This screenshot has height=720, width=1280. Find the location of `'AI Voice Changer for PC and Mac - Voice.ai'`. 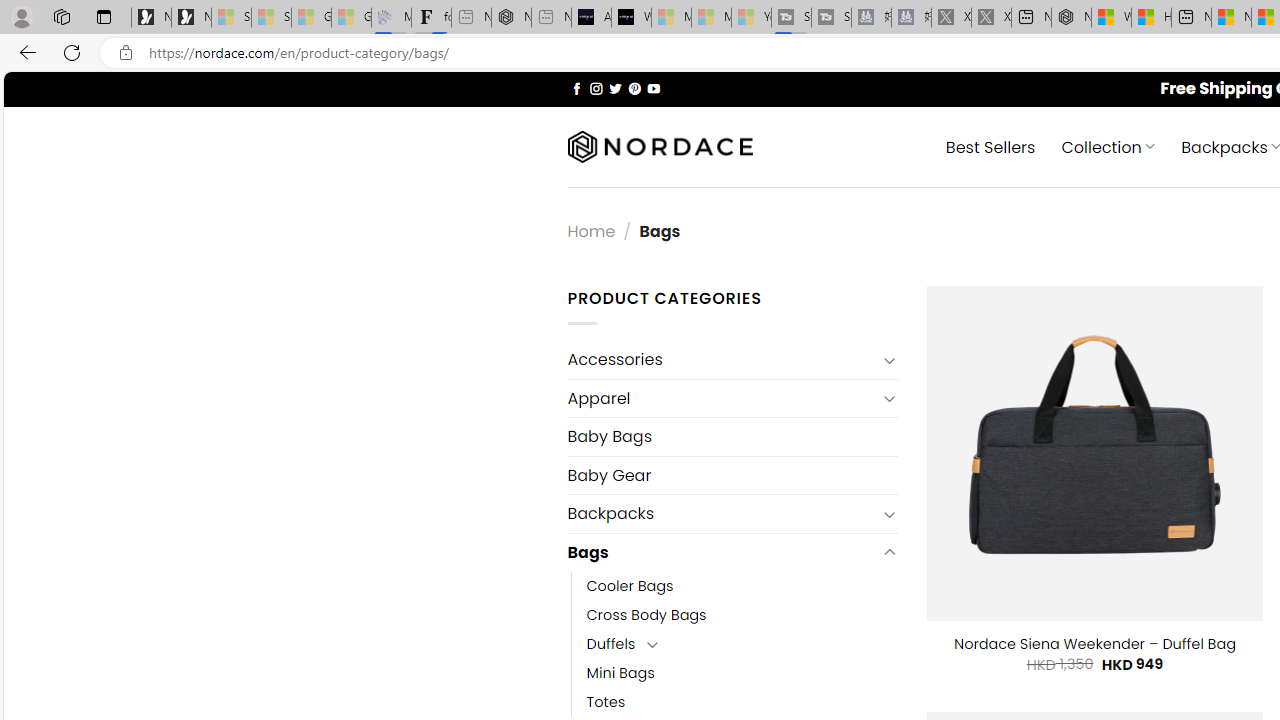

'AI Voice Changer for PC and Mac - Voice.ai' is located at coordinates (590, 17).